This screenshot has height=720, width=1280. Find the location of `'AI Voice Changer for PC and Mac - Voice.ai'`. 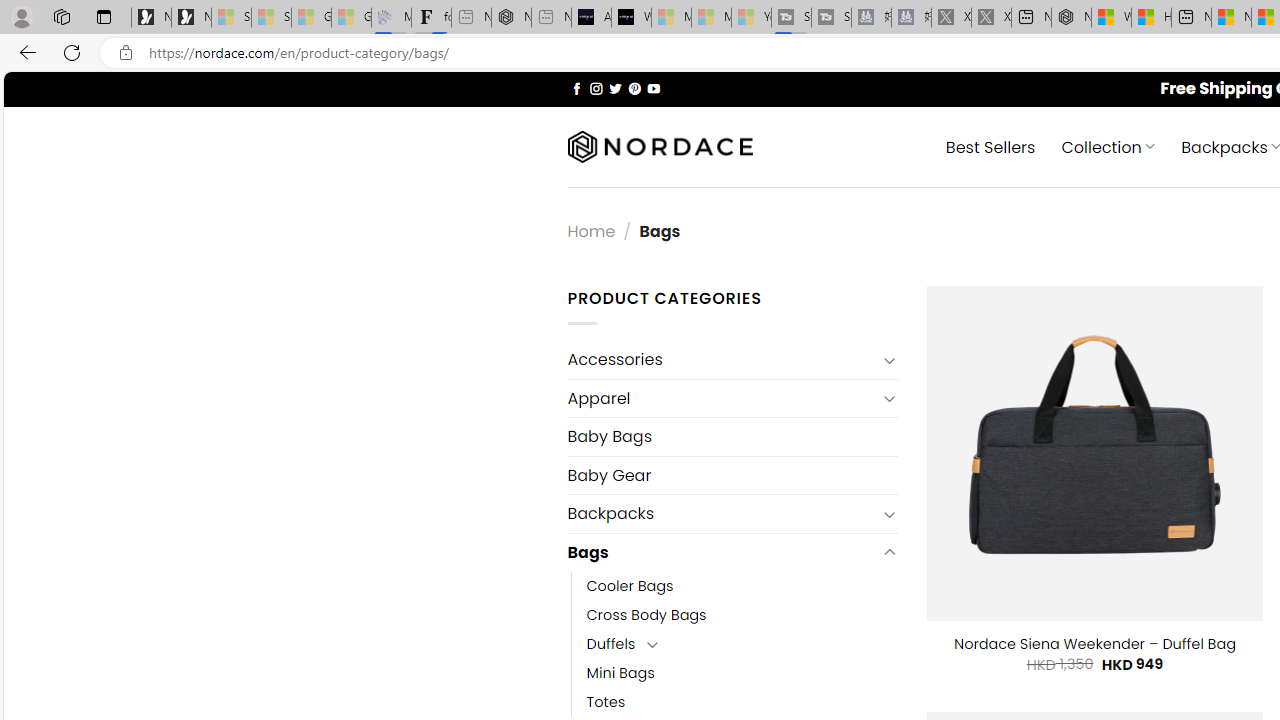

'AI Voice Changer for PC and Mac - Voice.ai' is located at coordinates (590, 17).